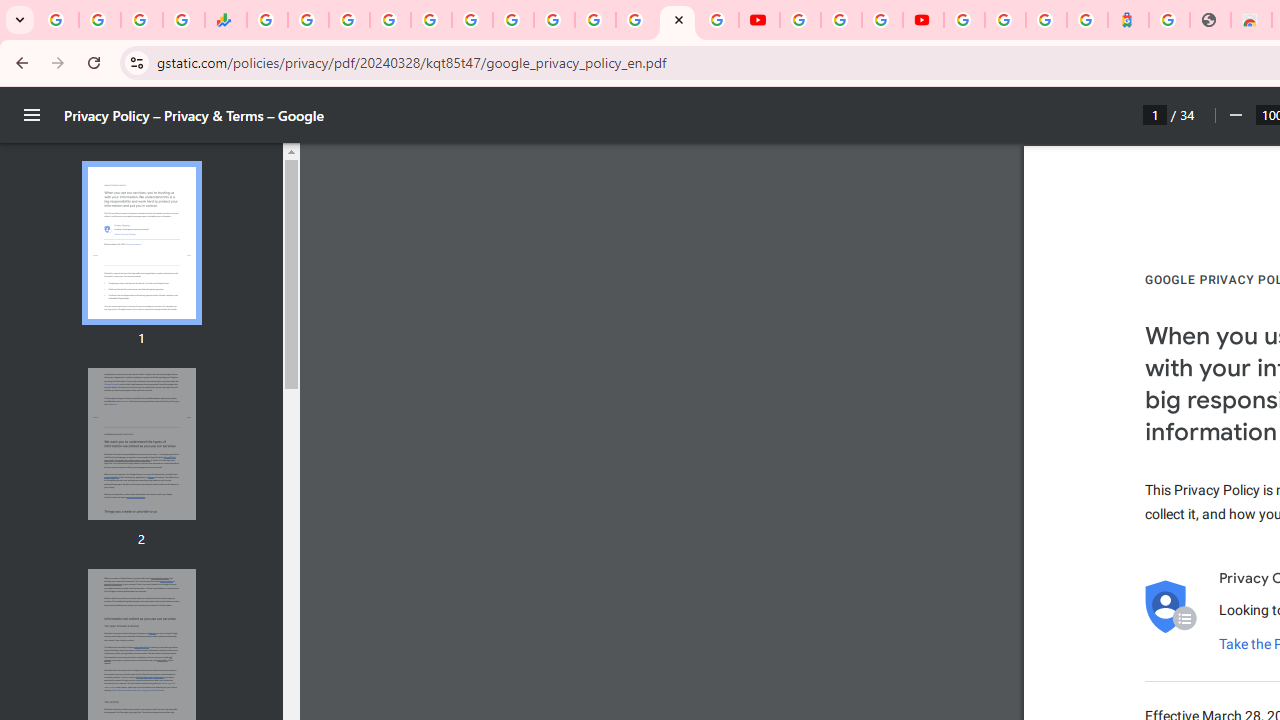  What do you see at coordinates (1234, 115) in the screenshot?
I see `'Zoom out'` at bounding box center [1234, 115].